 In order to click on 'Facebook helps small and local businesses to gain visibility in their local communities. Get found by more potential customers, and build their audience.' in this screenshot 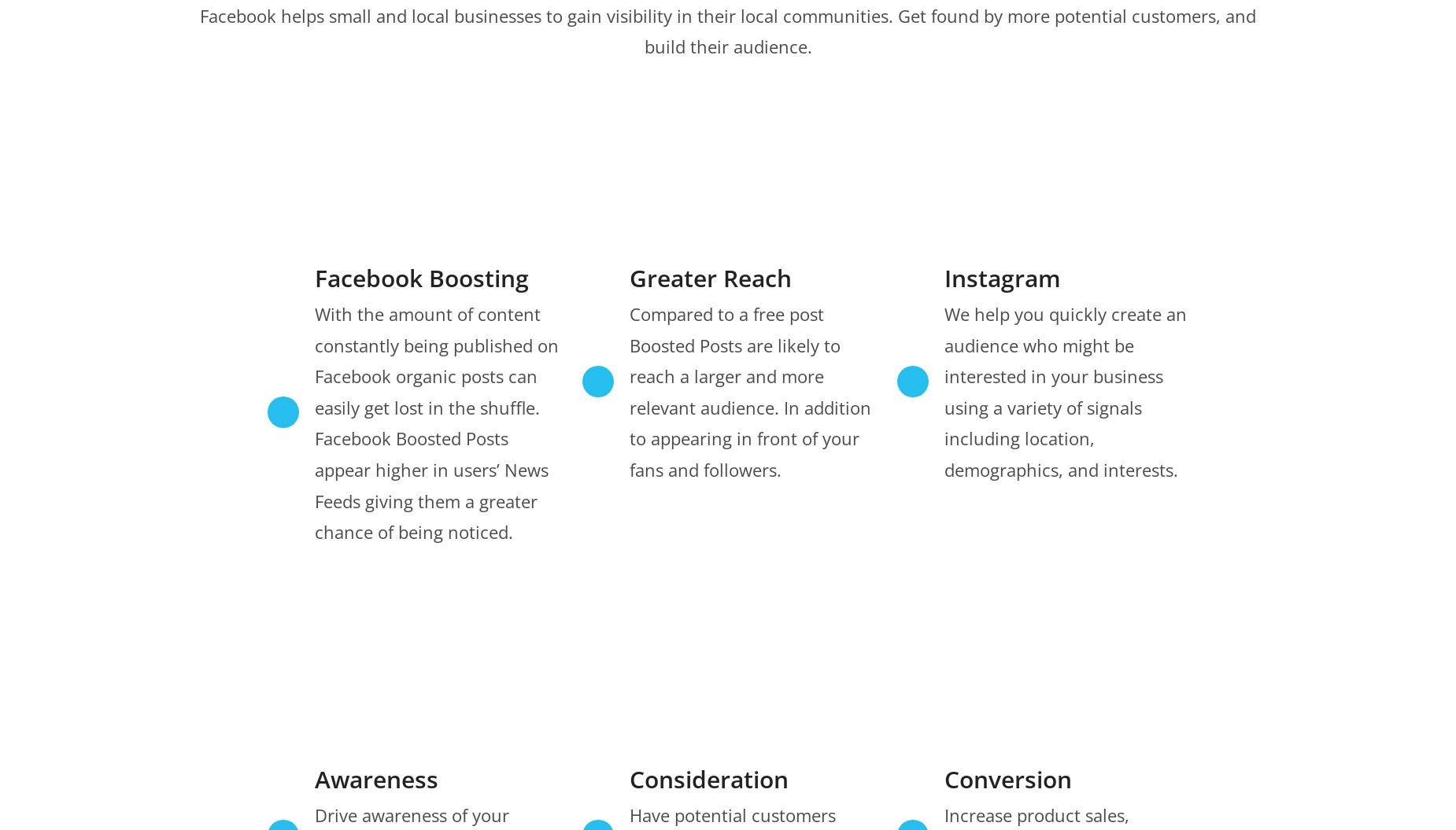, I will do `click(728, 31)`.